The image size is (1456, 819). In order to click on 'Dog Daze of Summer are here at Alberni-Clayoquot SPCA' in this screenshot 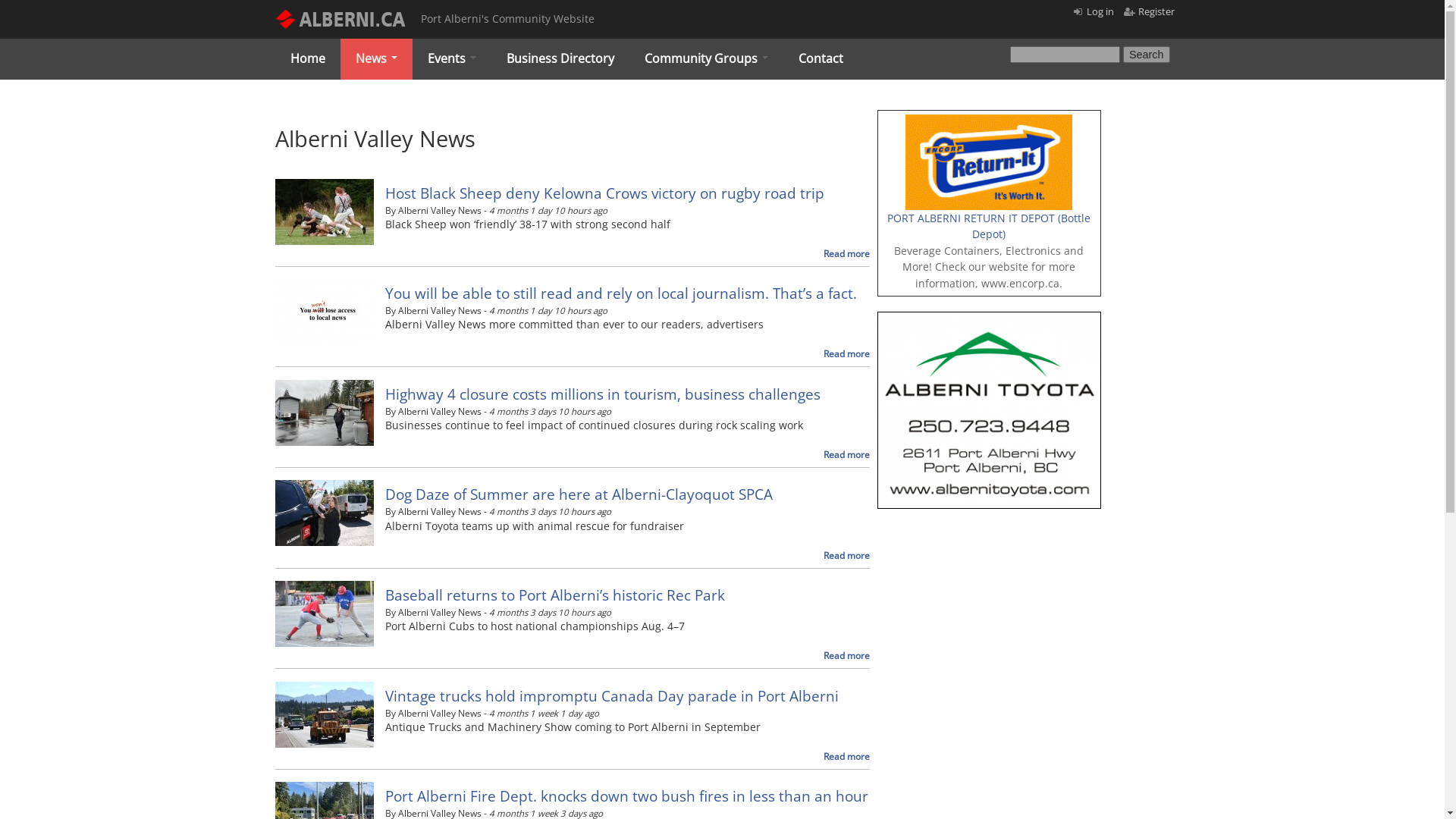, I will do `click(578, 494)`.